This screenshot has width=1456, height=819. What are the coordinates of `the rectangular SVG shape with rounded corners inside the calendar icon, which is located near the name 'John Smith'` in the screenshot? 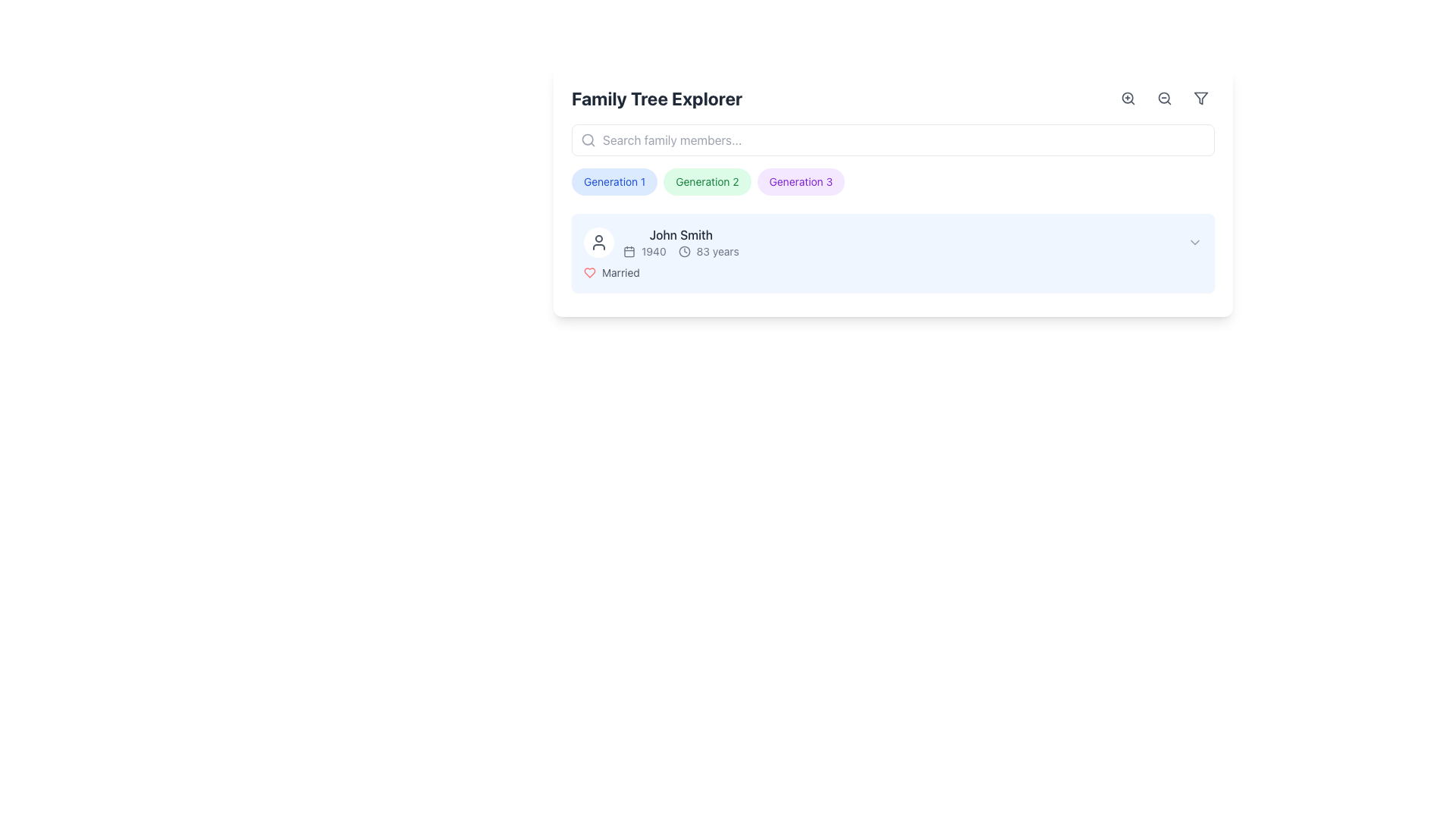 It's located at (629, 250).